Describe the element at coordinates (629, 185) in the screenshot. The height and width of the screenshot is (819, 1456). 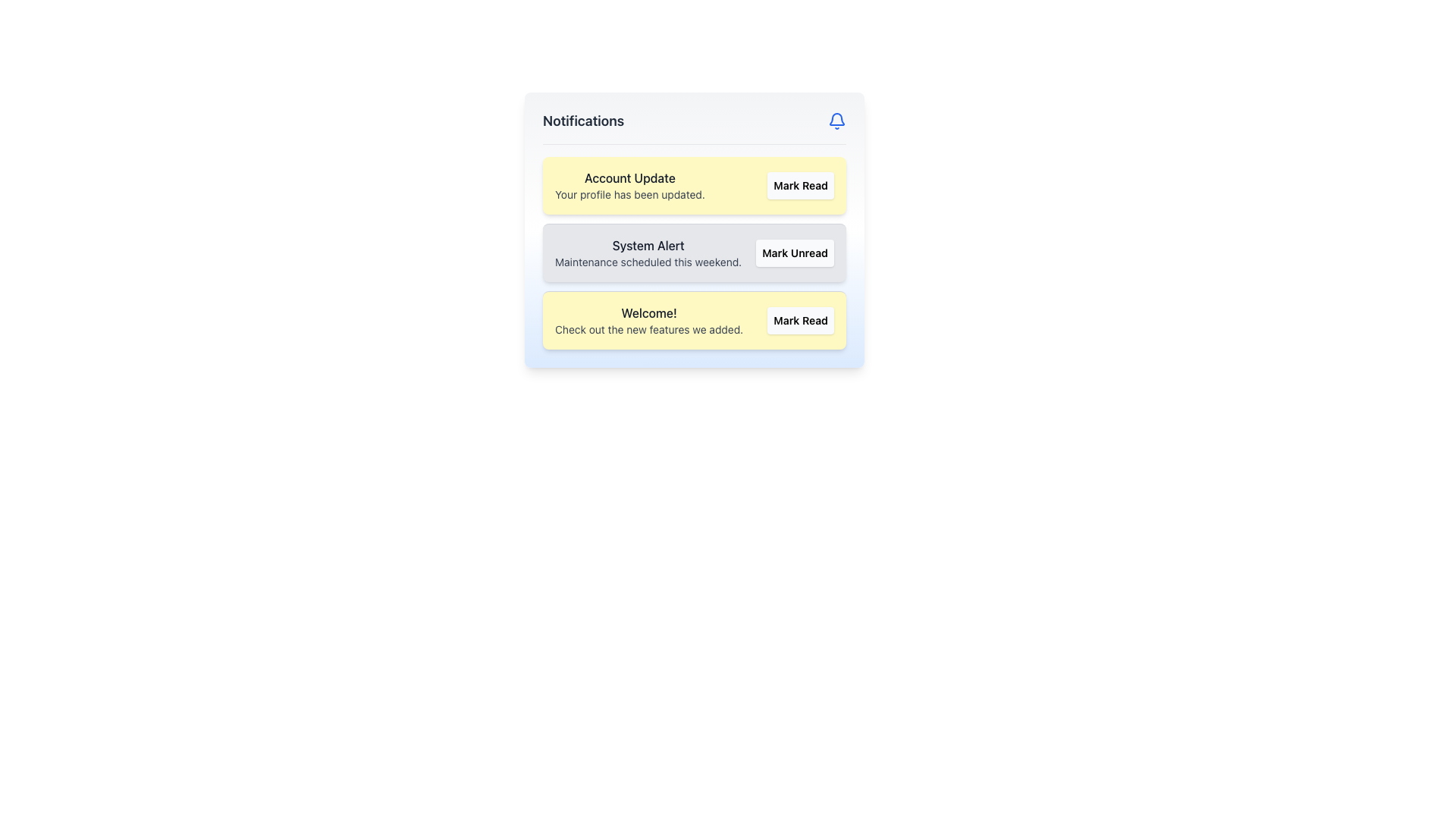
I see `the content of the 'Account Update' notification, which displays a bold header and a message about profile updates on a yellow background` at that location.